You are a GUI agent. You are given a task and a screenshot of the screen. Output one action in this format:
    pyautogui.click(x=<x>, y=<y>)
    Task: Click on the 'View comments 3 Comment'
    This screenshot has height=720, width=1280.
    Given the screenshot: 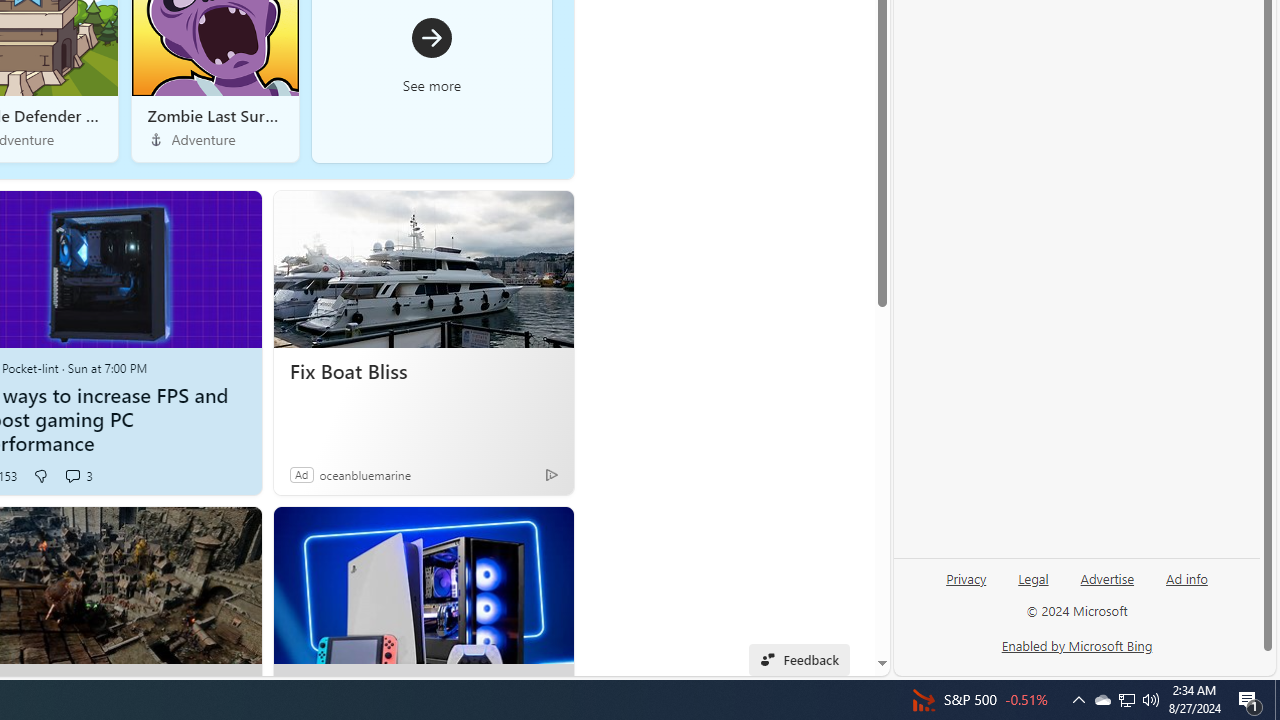 What is the action you would take?
    pyautogui.click(x=72, y=475)
    